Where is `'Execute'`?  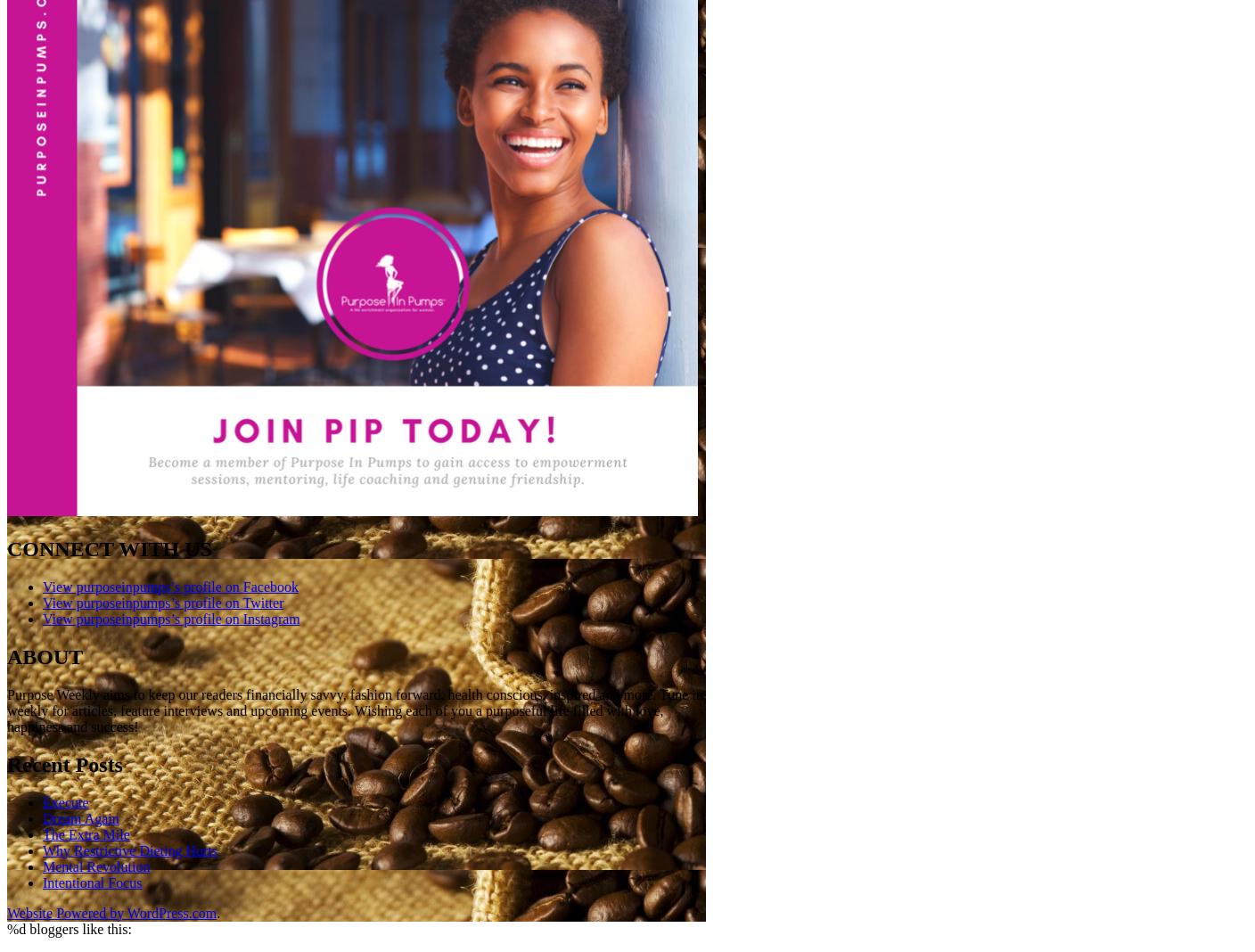
'Execute' is located at coordinates (64, 800).